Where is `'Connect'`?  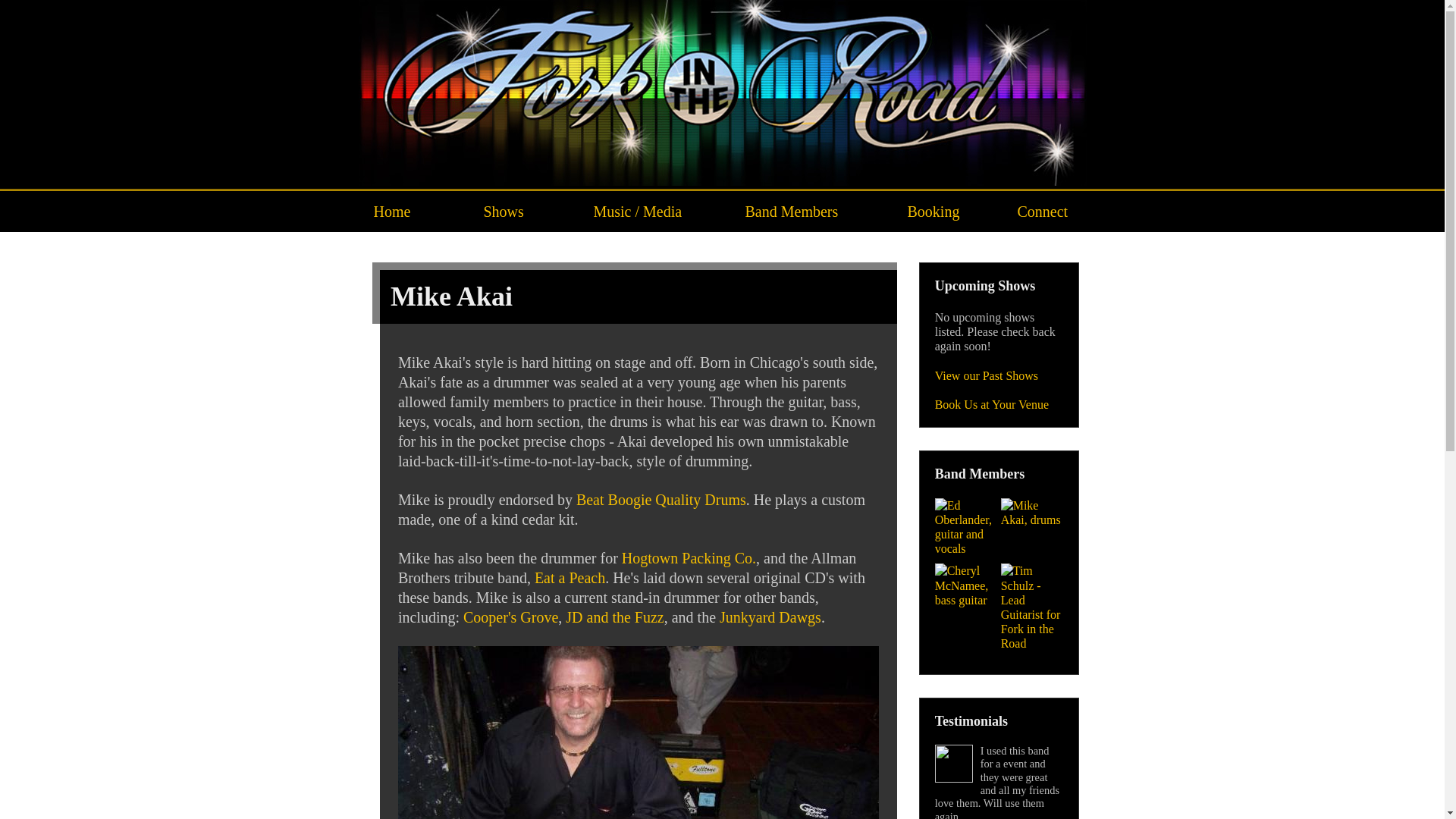
'Connect' is located at coordinates (1043, 211).